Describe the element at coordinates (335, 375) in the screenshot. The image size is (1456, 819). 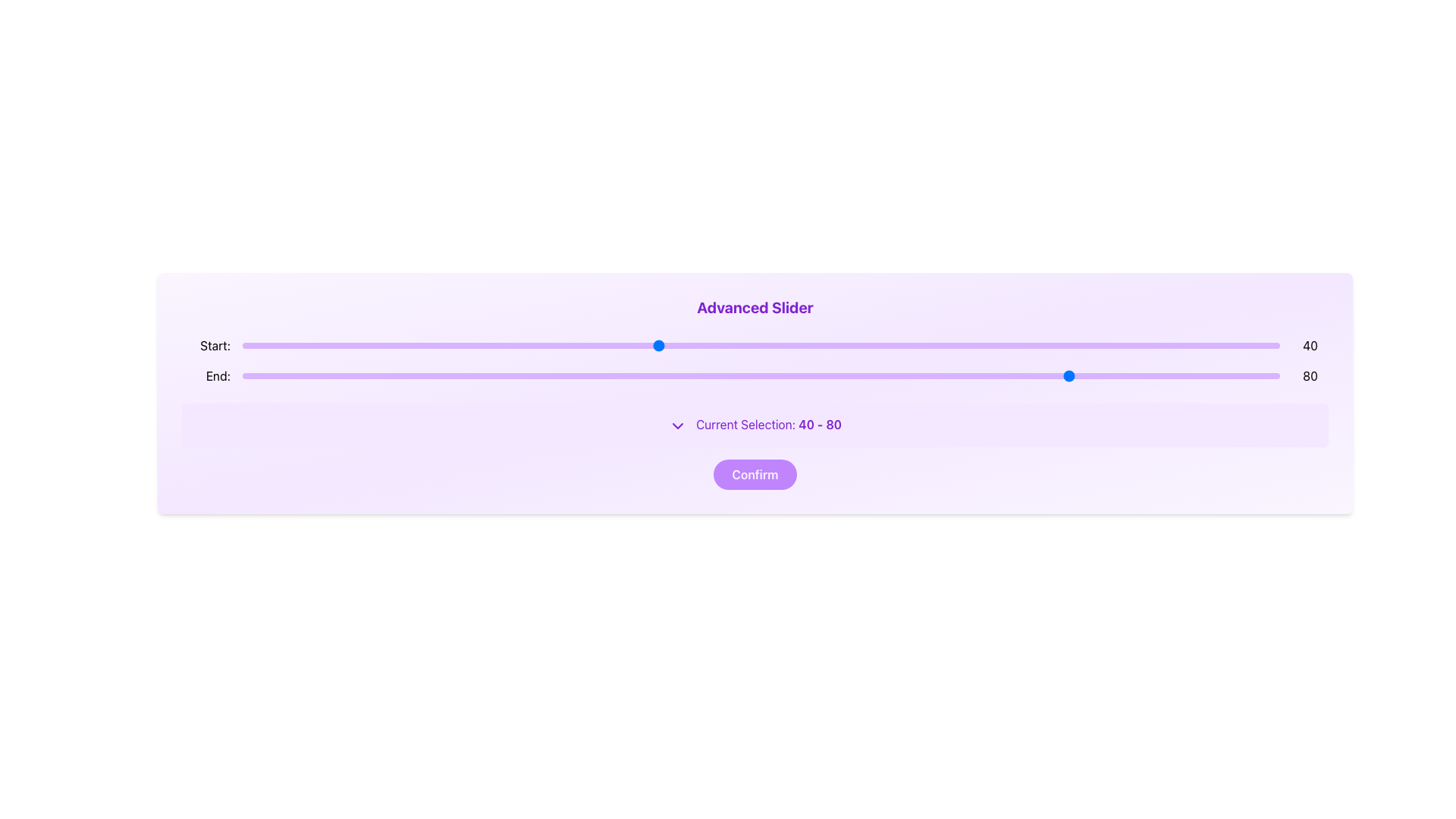
I see `the slider value` at that location.